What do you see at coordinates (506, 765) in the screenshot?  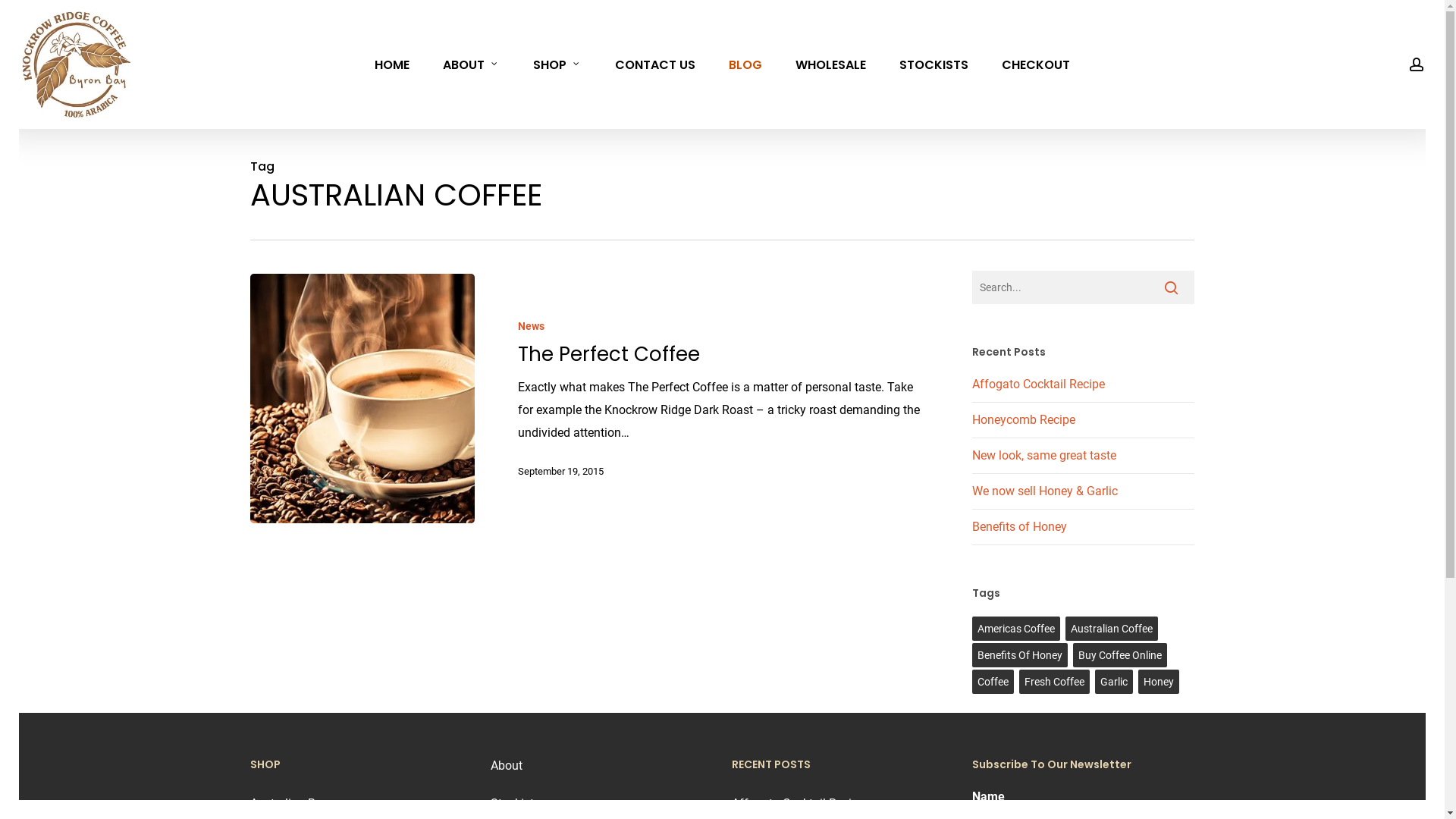 I see `'About'` at bounding box center [506, 765].